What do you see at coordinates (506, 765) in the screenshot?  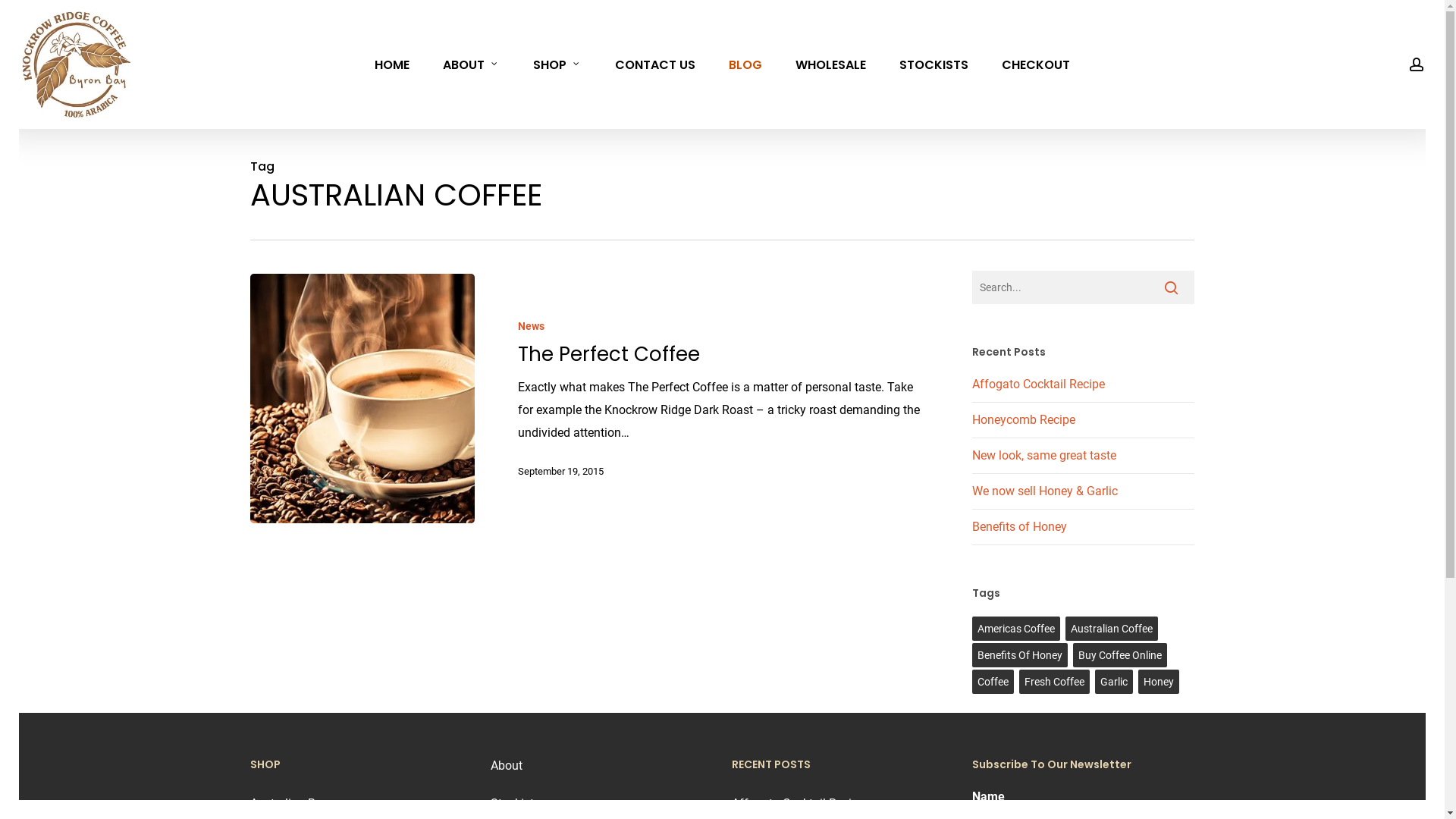 I see `'About'` at bounding box center [506, 765].